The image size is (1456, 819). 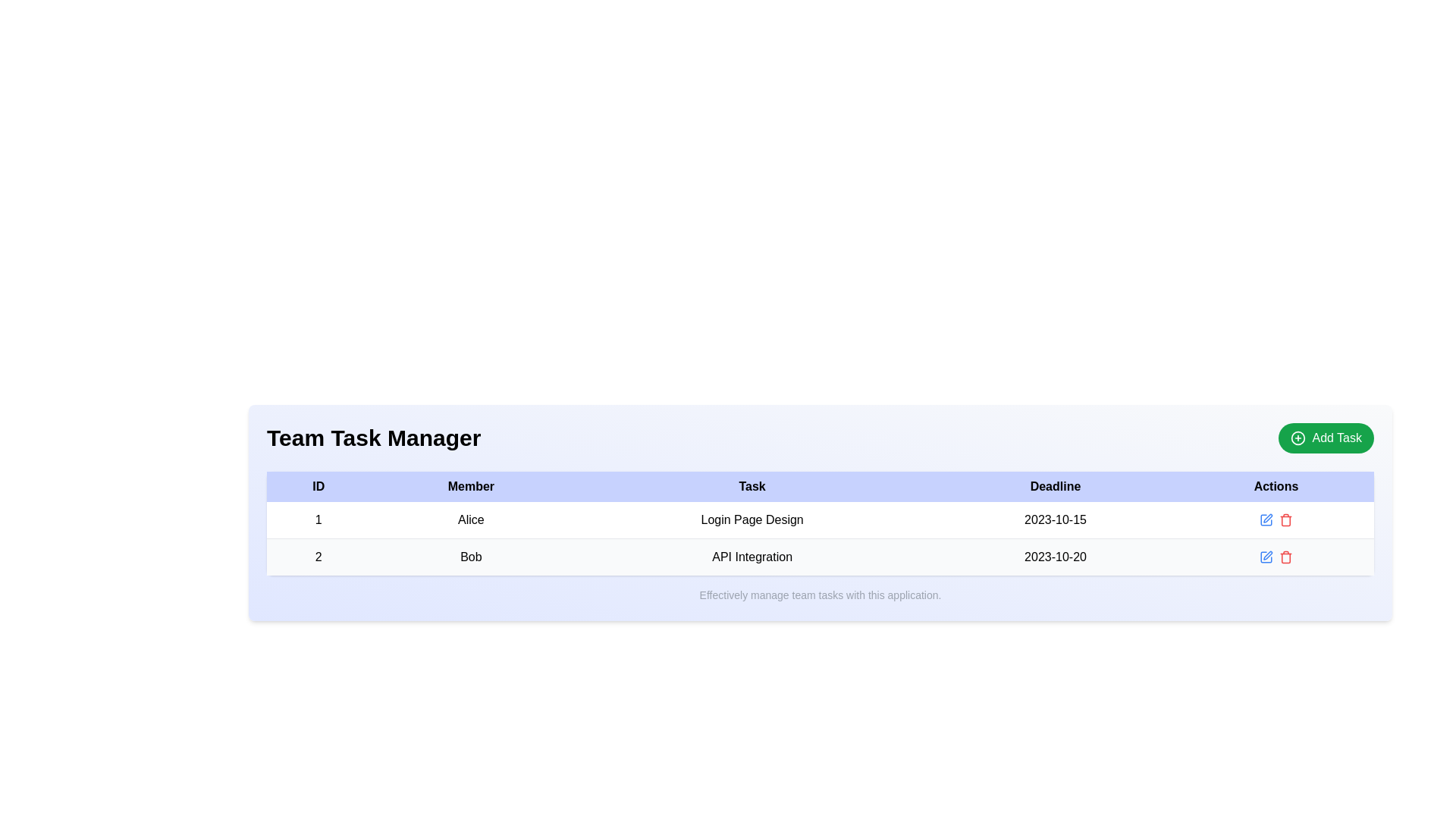 I want to click on the second cell in the header row of the table, which signifies member names, located between the 'ID' and 'Task' cells, so click(x=470, y=486).